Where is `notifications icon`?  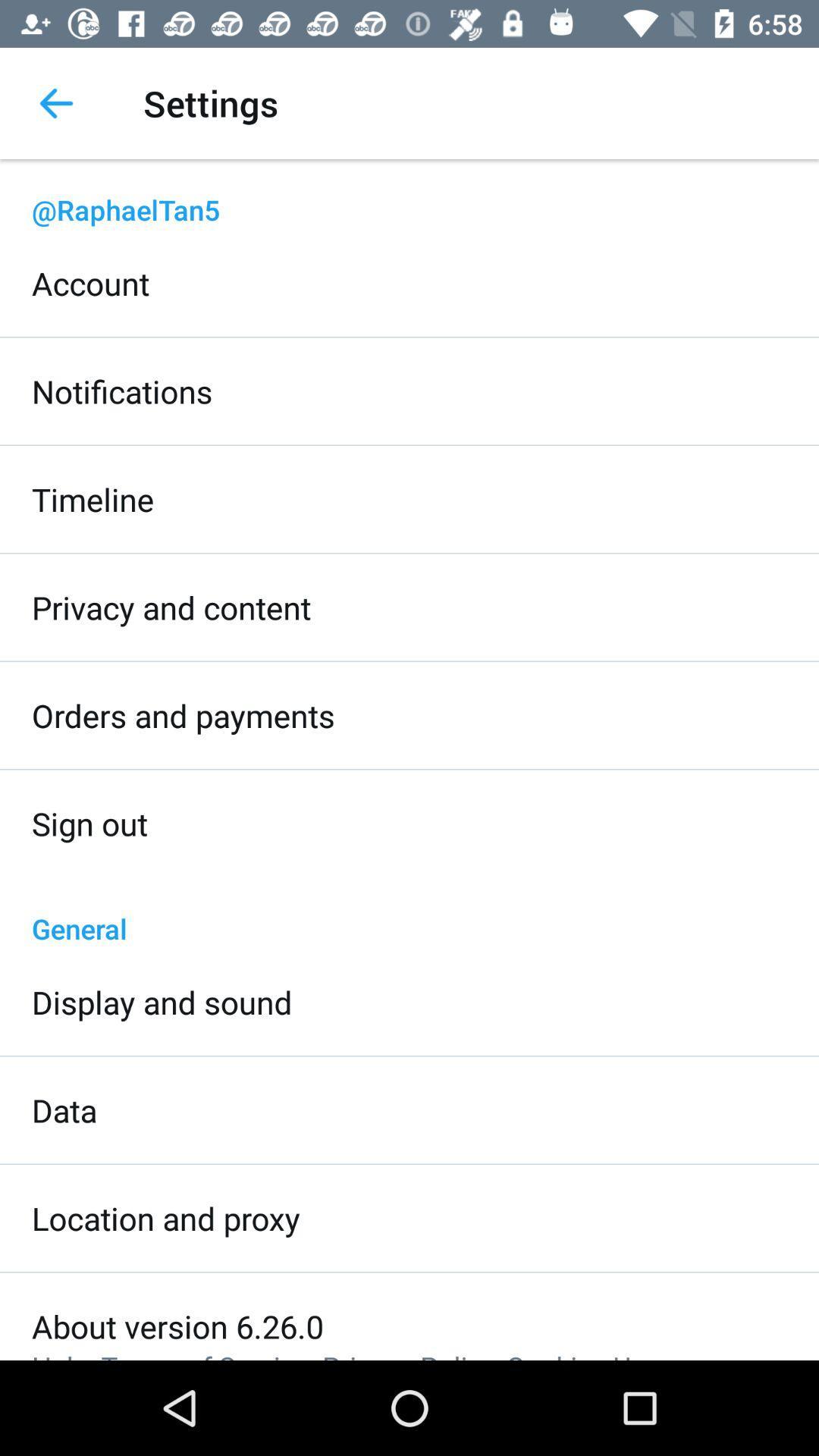 notifications icon is located at coordinates (121, 391).